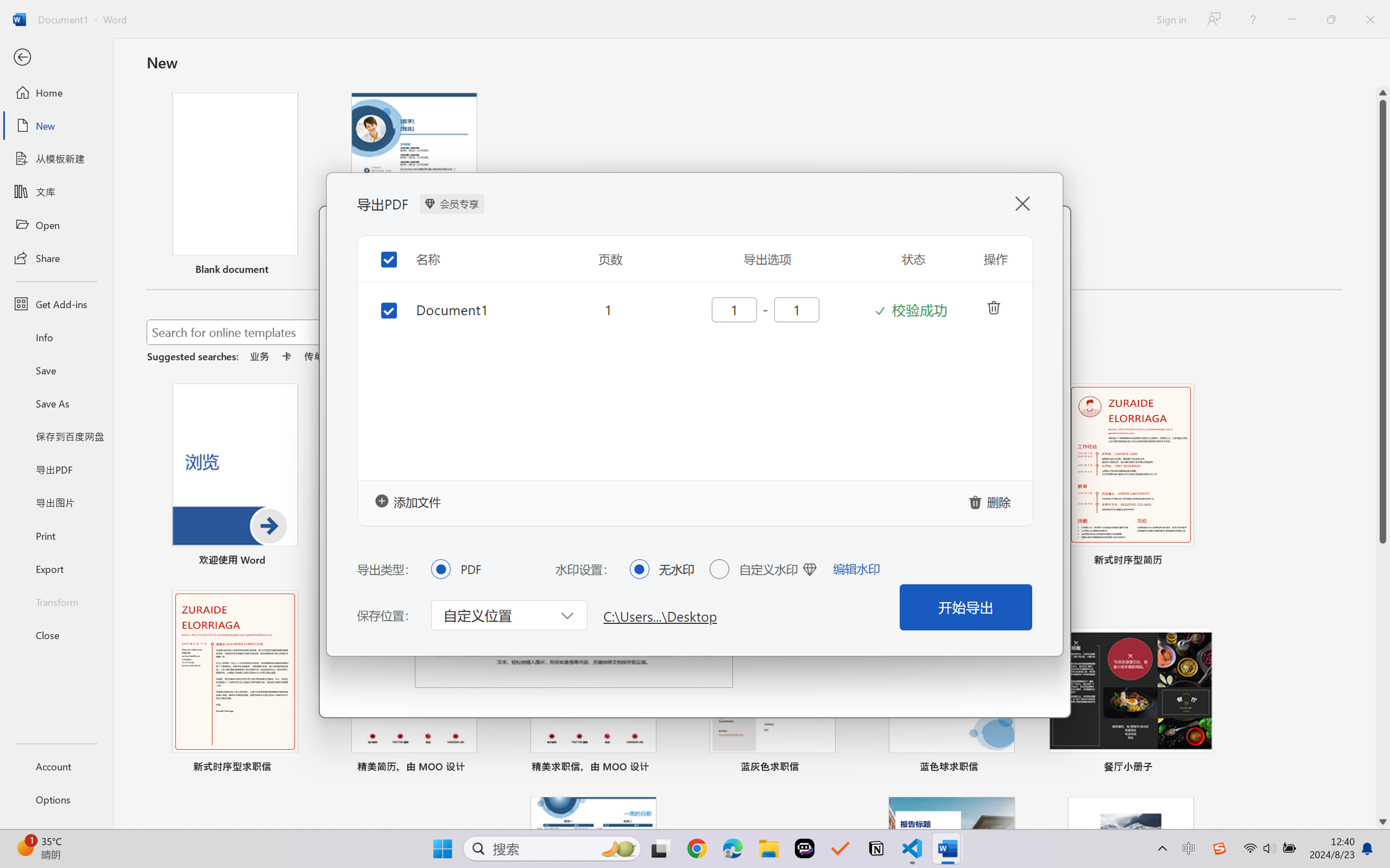  I want to click on 'Toggle selection for all items', so click(380, 251).